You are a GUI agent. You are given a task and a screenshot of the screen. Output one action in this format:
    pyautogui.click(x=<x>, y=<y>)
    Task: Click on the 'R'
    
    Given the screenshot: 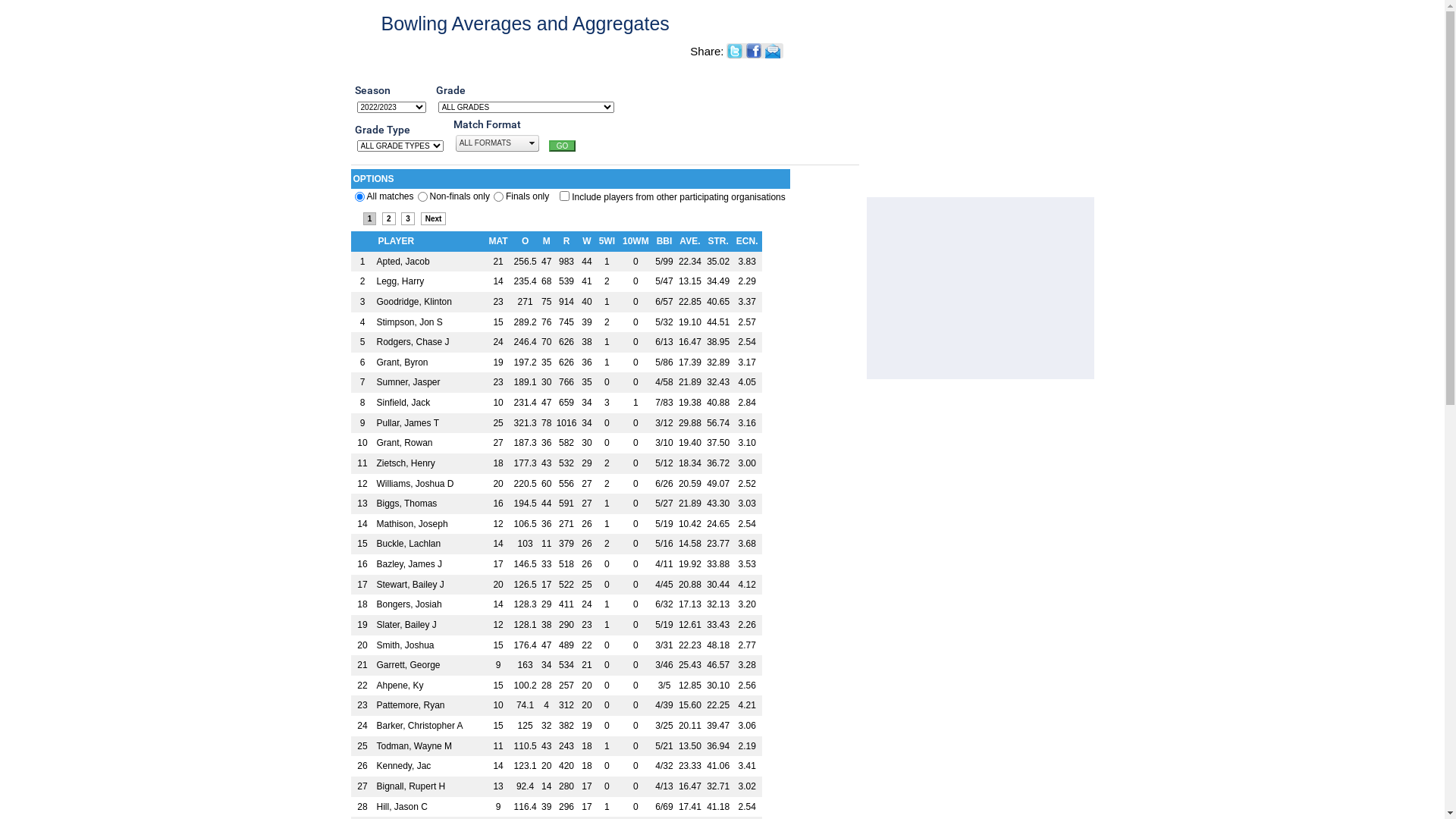 What is the action you would take?
    pyautogui.click(x=560, y=240)
    